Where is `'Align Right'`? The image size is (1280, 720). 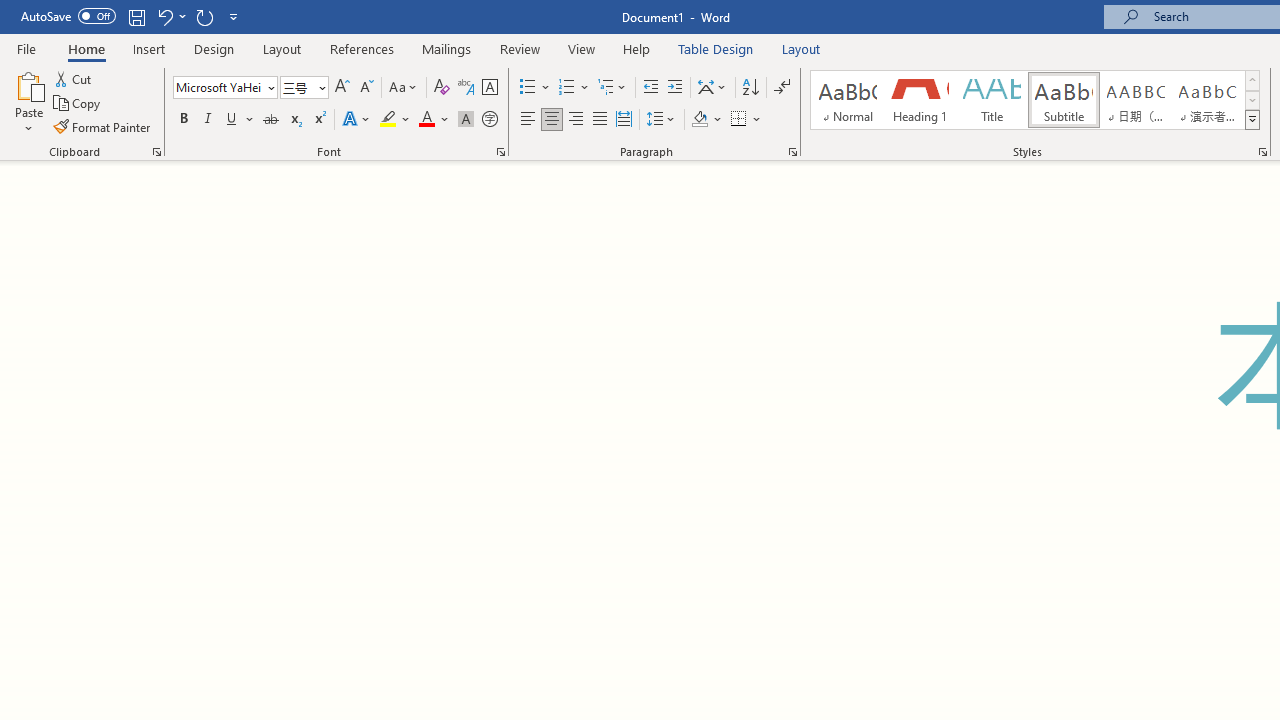 'Align Right' is located at coordinates (575, 119).